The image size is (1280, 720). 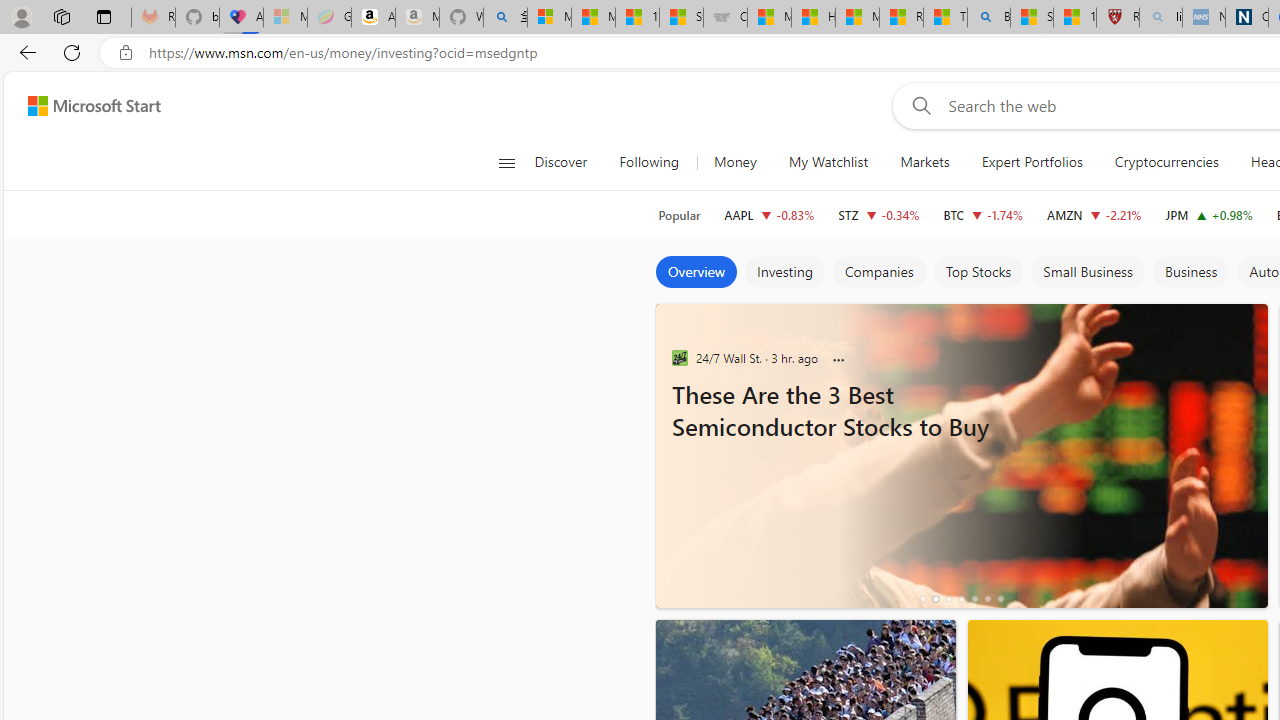 I want to click on 'Markets', so click(x=923, y=162).